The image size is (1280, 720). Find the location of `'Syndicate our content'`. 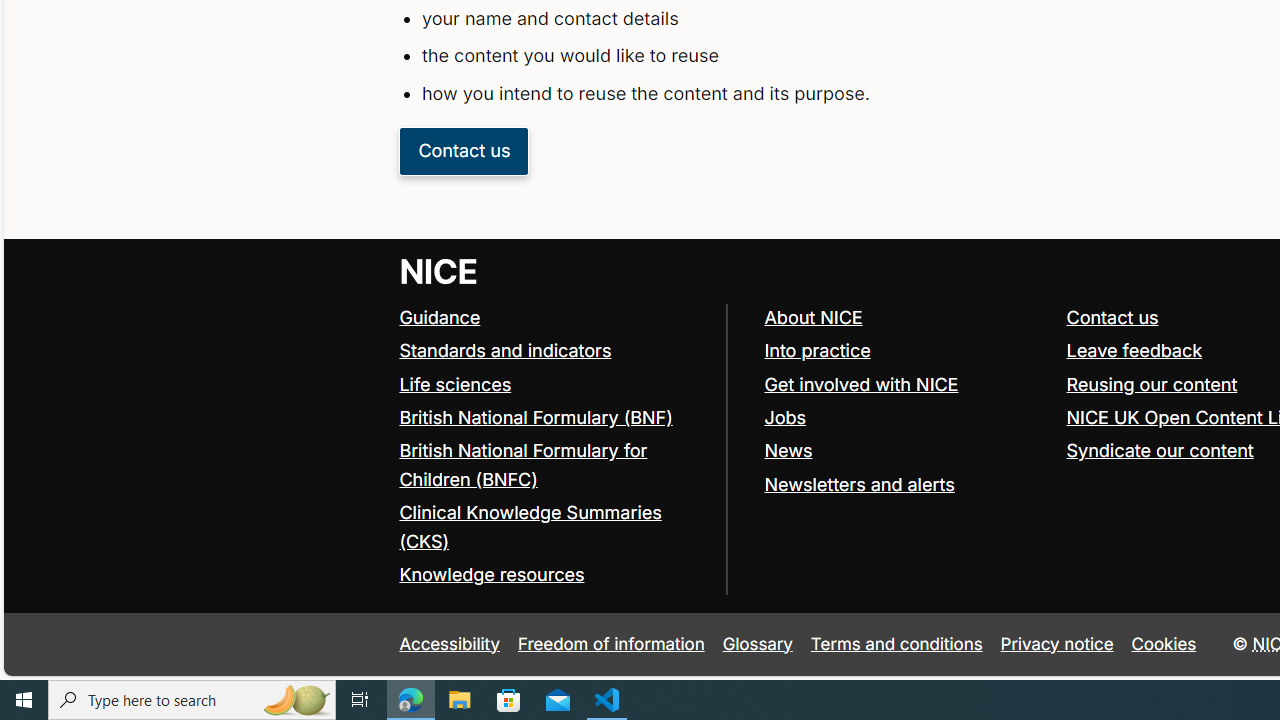

'Syndicate our content' is located at coordinates (1160, 451).